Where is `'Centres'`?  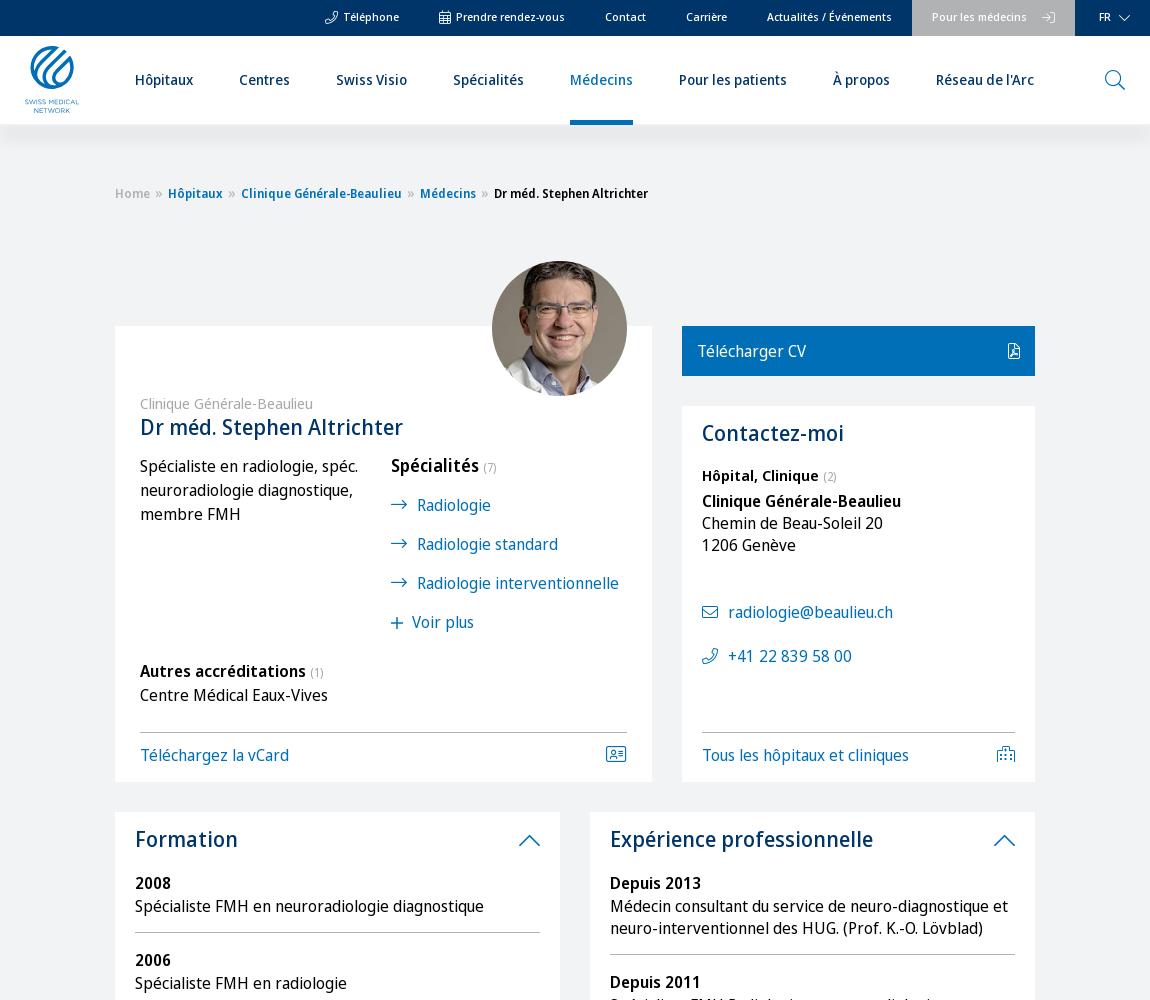 'Centres' is located at coordinates (237, 77).